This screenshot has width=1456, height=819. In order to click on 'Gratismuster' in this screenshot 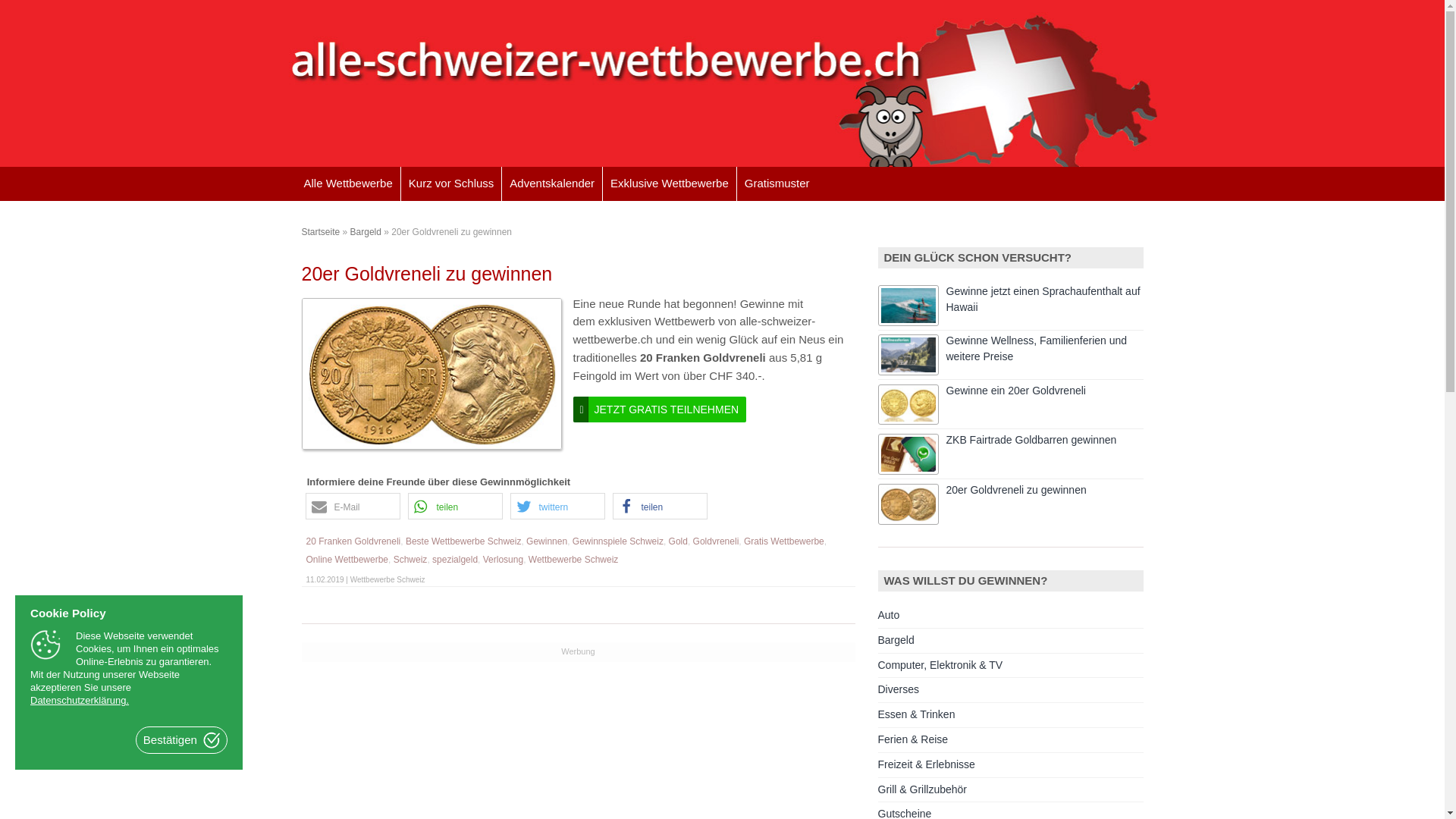, I will do `click(777, 182)`.